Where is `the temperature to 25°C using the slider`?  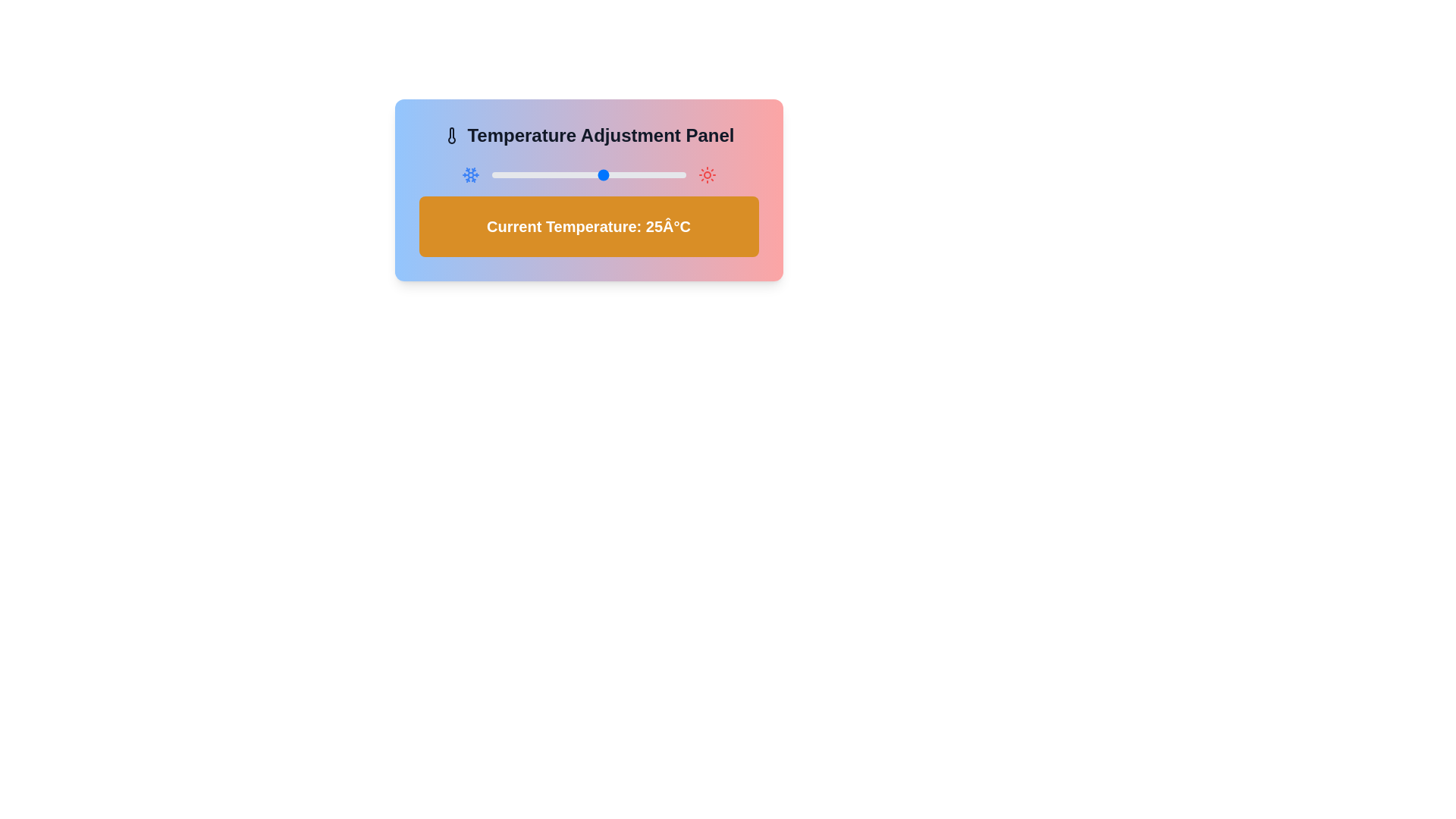 the temperature to 25°C using the slider is located at coordinates (604, 174).